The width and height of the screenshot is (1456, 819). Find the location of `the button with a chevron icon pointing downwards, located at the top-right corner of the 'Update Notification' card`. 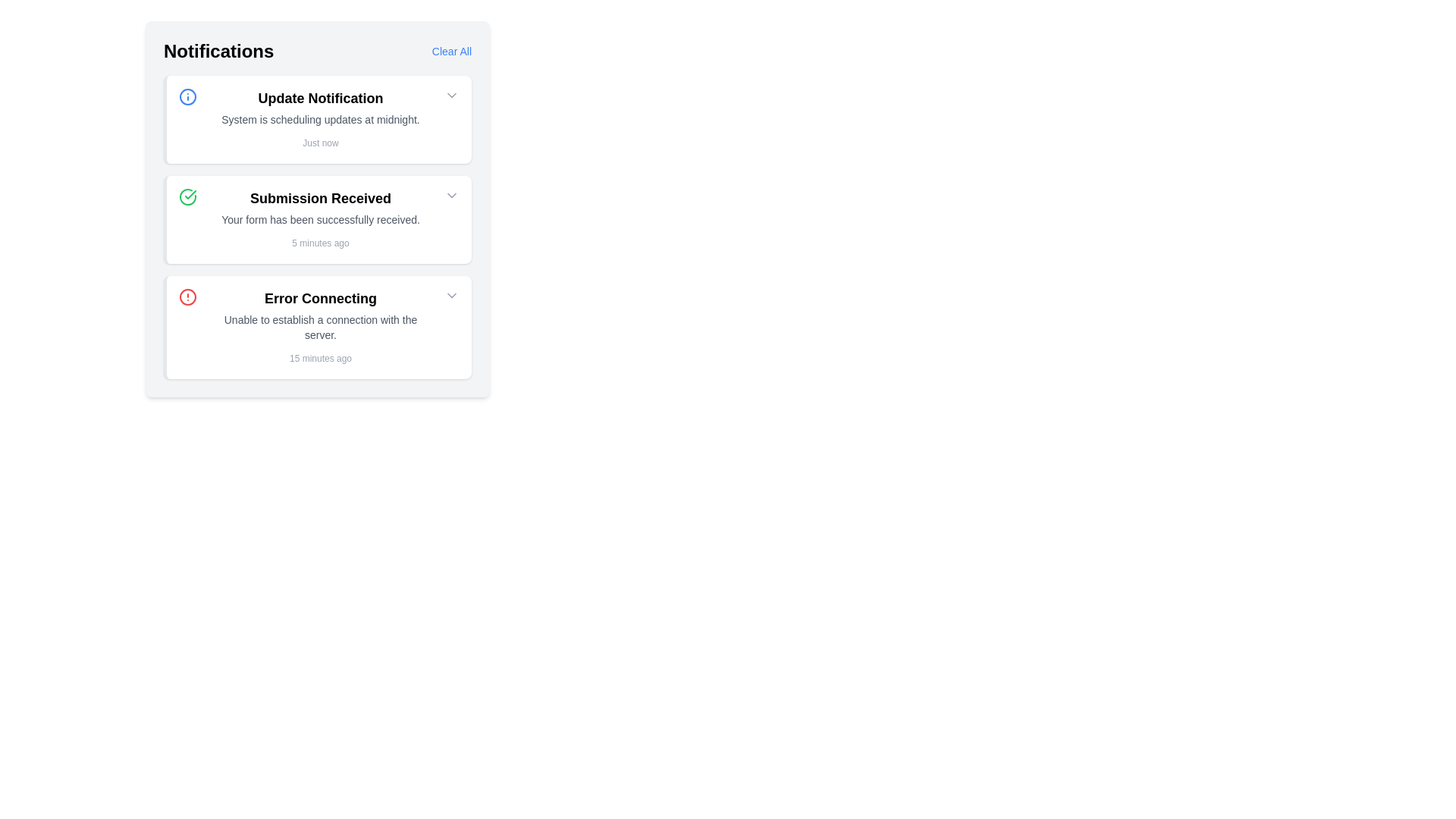

the button with a chevron icon pointing downwards, located at the top-right corner of the 'Update Notification' card is located at coordinates (450, 96).